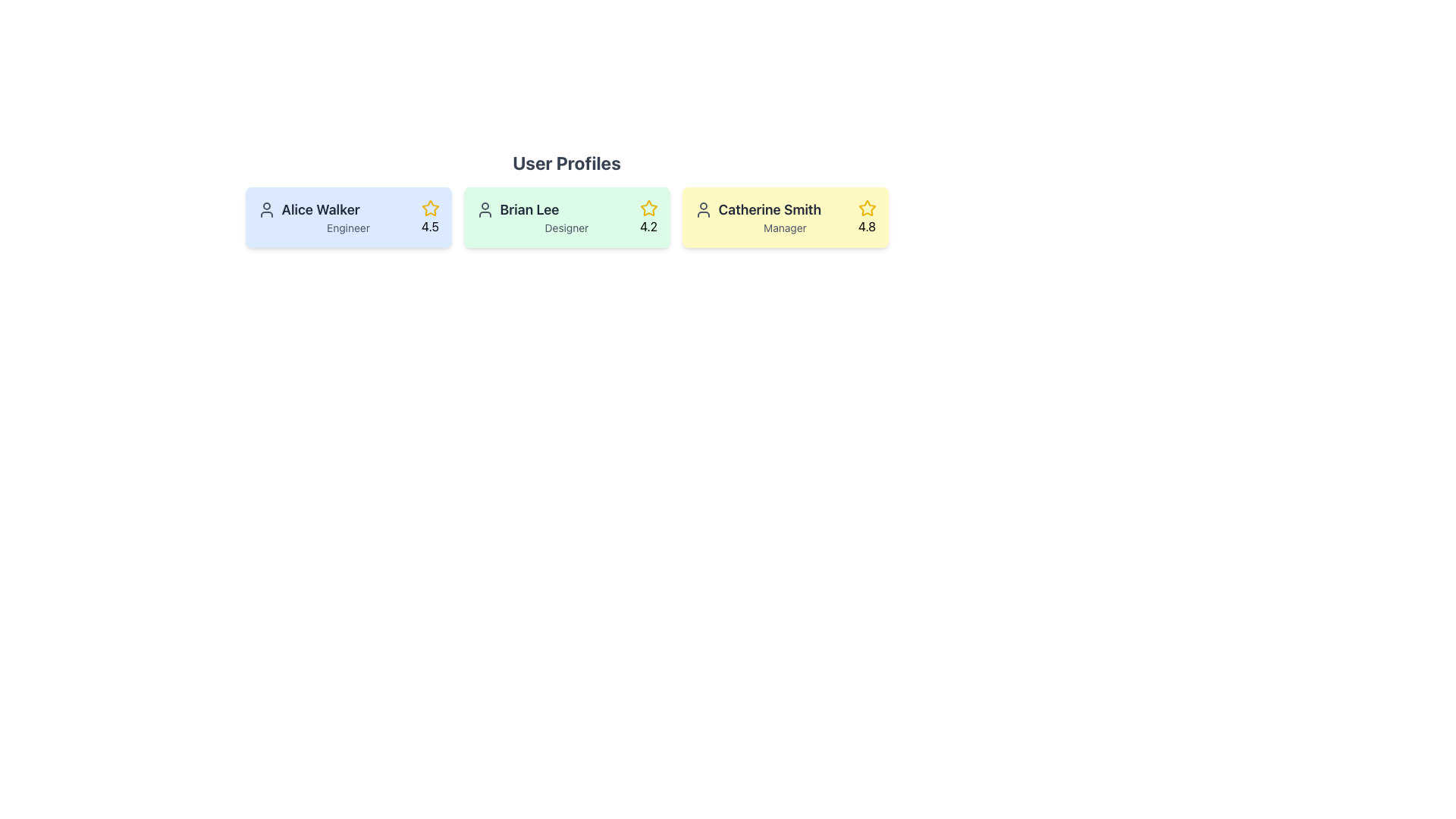 The image size is (1456, 819). Describe the element at coordinates (648, 208) in the screenshot. I see `the star icon representing the rating associated with the user 'Brian Lee', which indicates a score of 4.2, located at the top-right corner of the user card` at that location.